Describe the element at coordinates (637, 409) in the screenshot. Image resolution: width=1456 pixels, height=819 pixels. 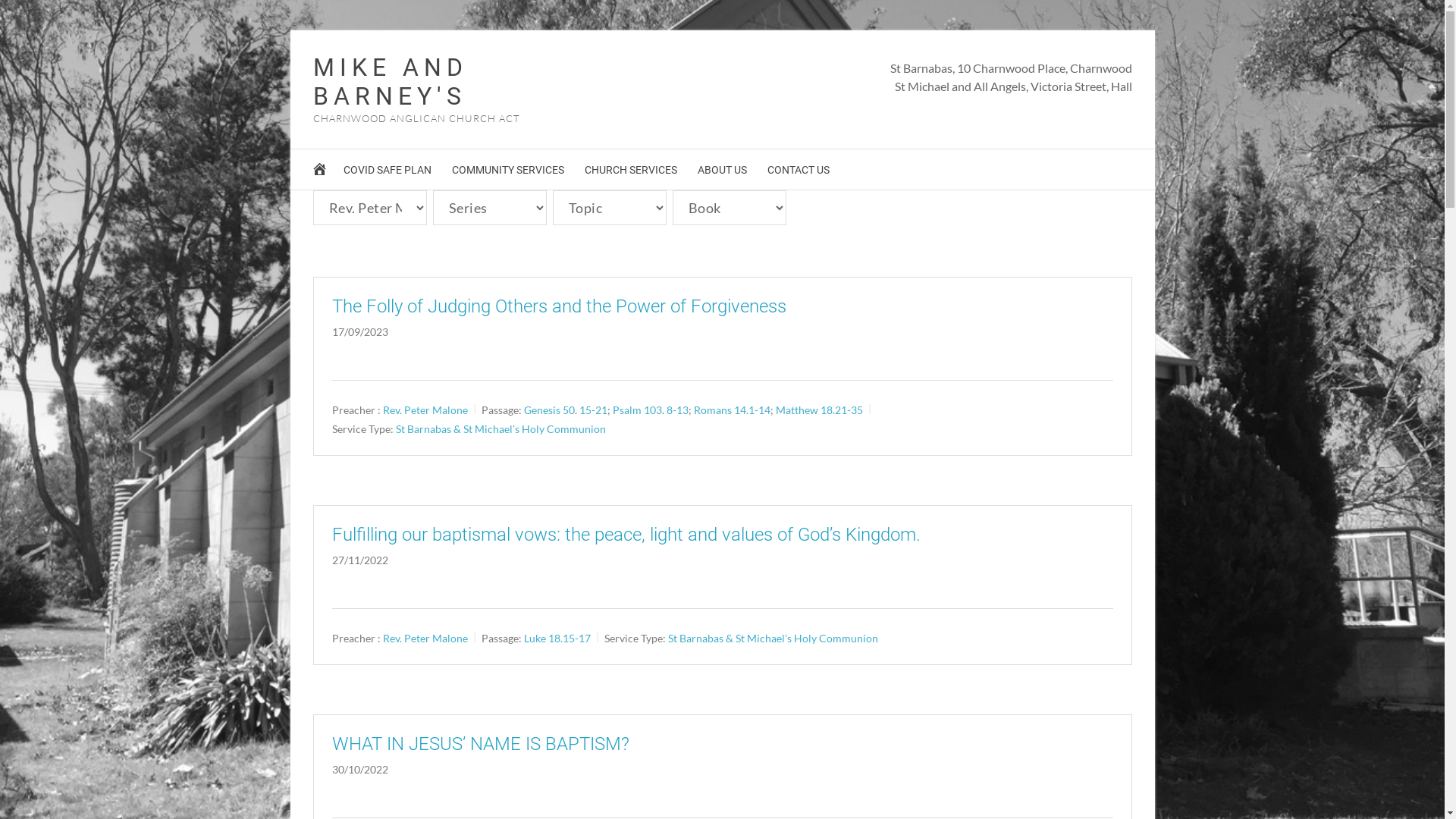
I see `'Psalm 103'` at that location.